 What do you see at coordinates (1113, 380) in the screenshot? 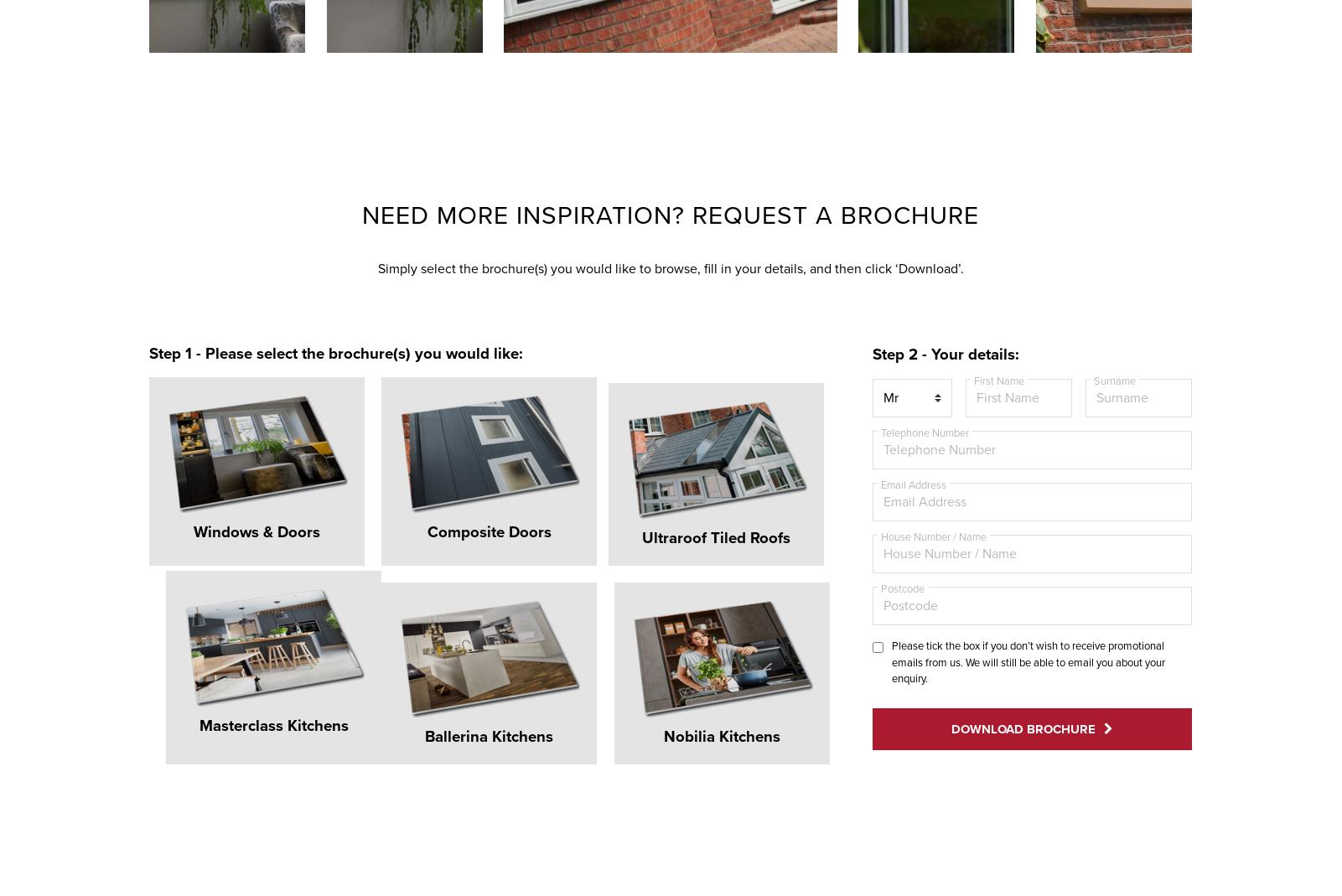
I see `'Surname'` at bounding box center [1113, 380].